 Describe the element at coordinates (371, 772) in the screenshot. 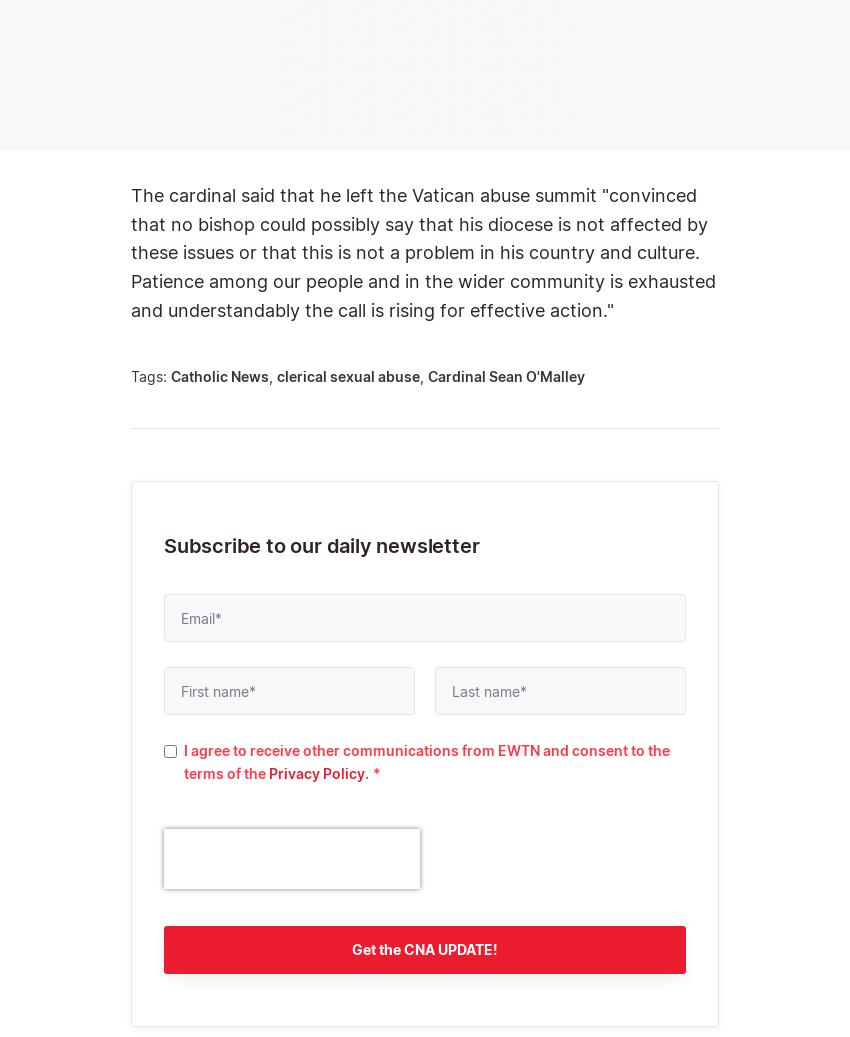

I see `'*'` at that location.